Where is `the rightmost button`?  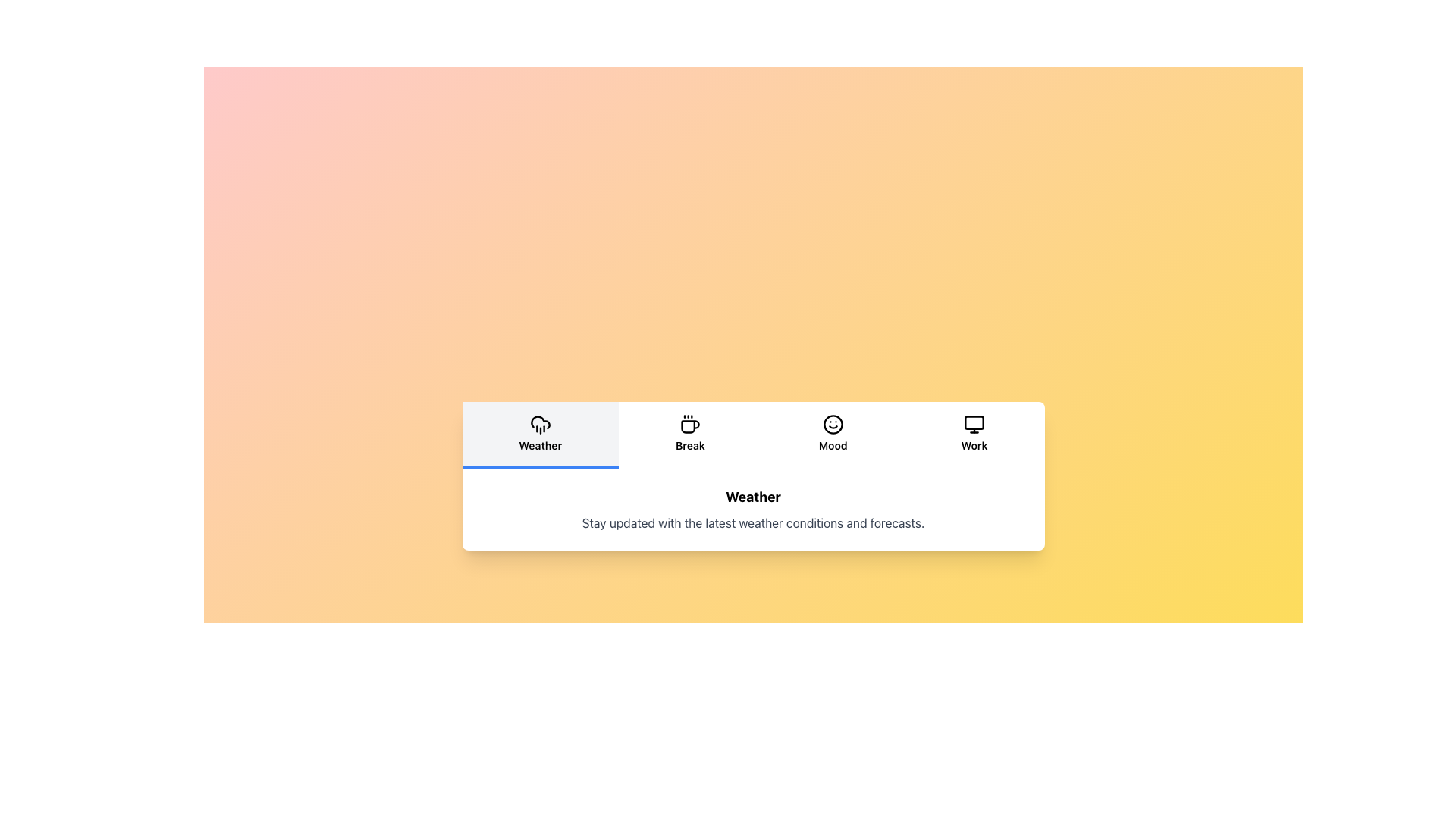
the rightmost button is located at coordinates (974, 435).